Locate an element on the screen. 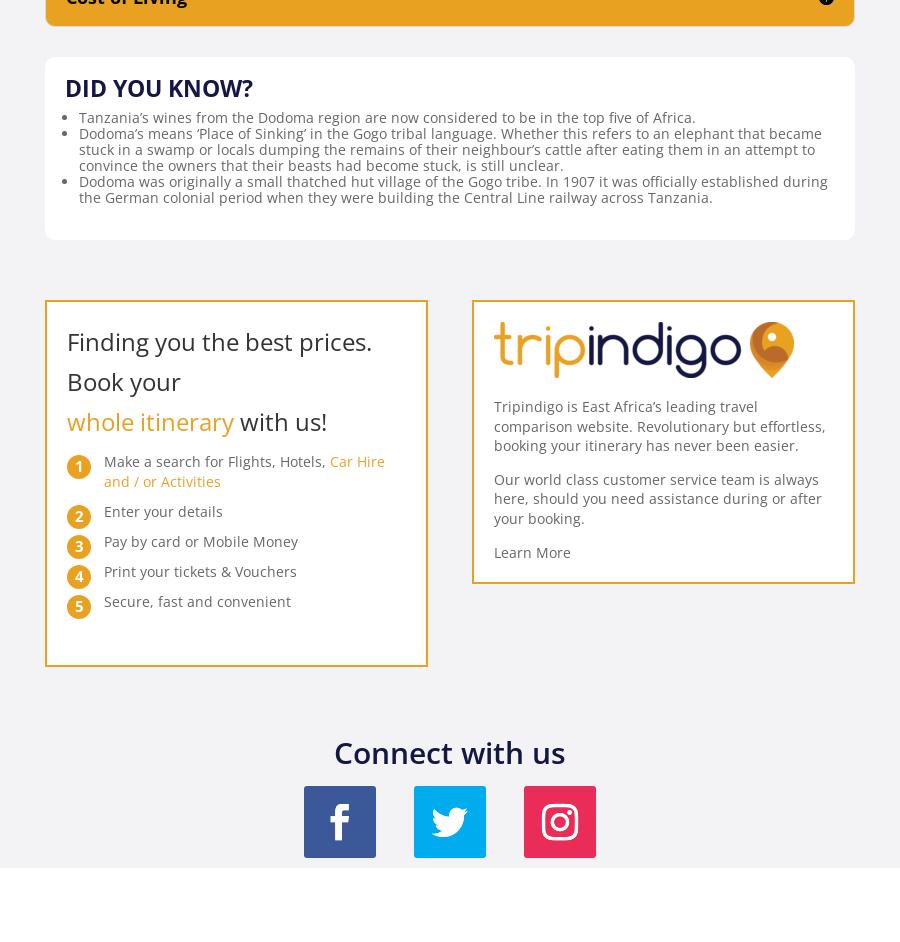 This screenshot has width=900, height=942. 'Learn More' is located at coordinates (531, 550).